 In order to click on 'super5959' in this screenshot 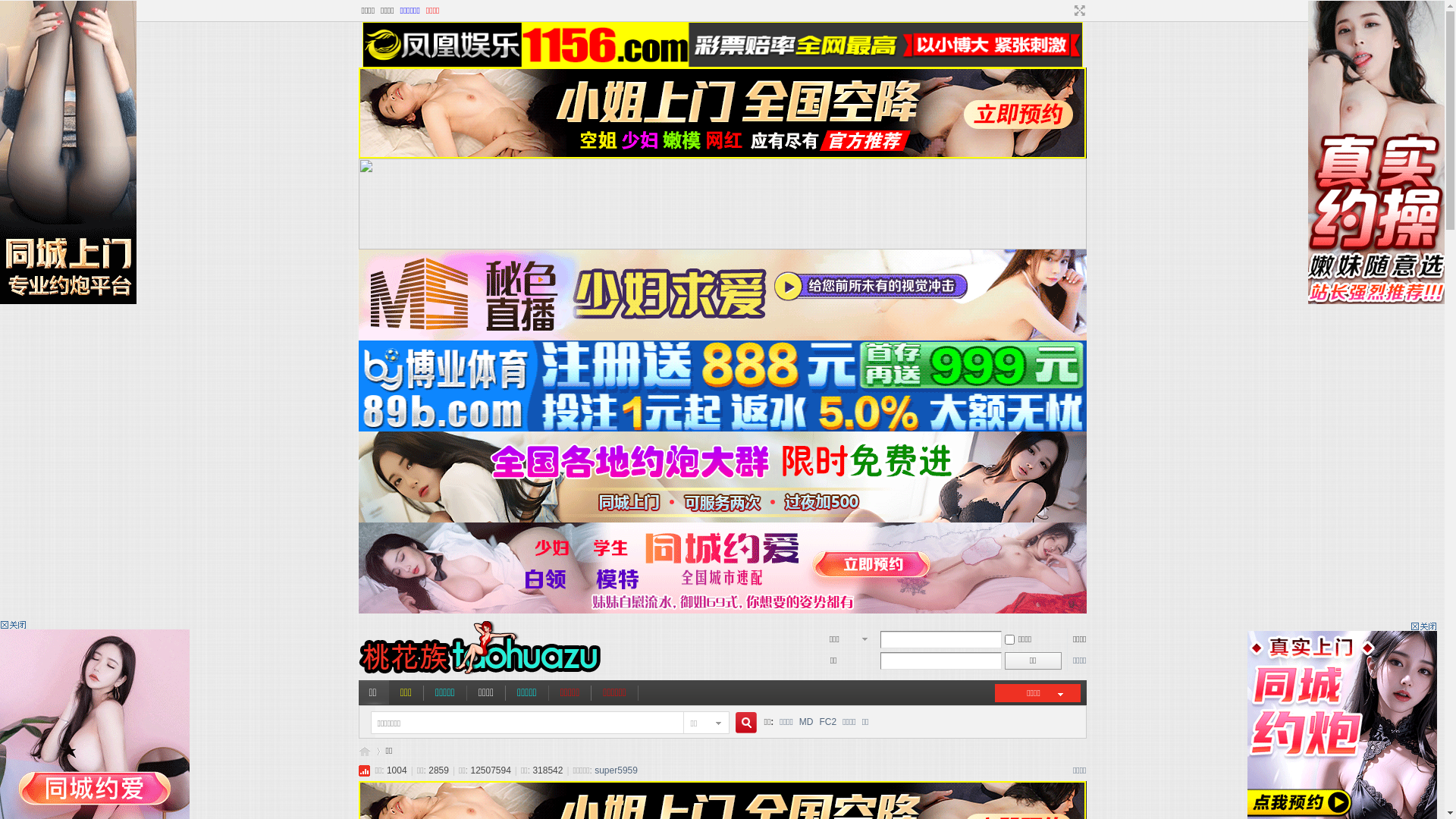, I will do `click(616, 770)`.